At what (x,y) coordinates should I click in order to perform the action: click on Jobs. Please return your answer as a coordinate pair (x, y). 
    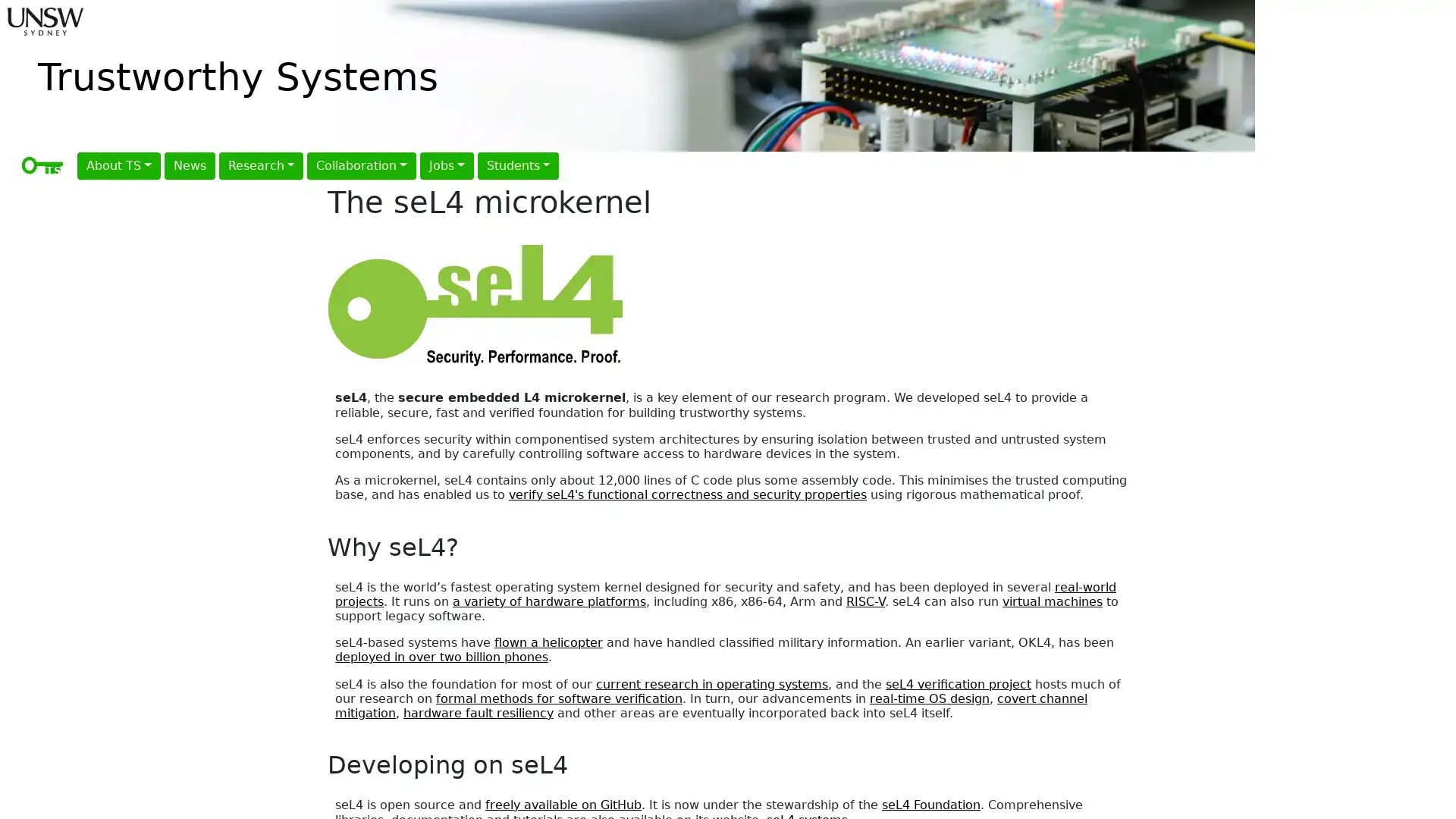
    Looking at the image, I should click on (446, 165).